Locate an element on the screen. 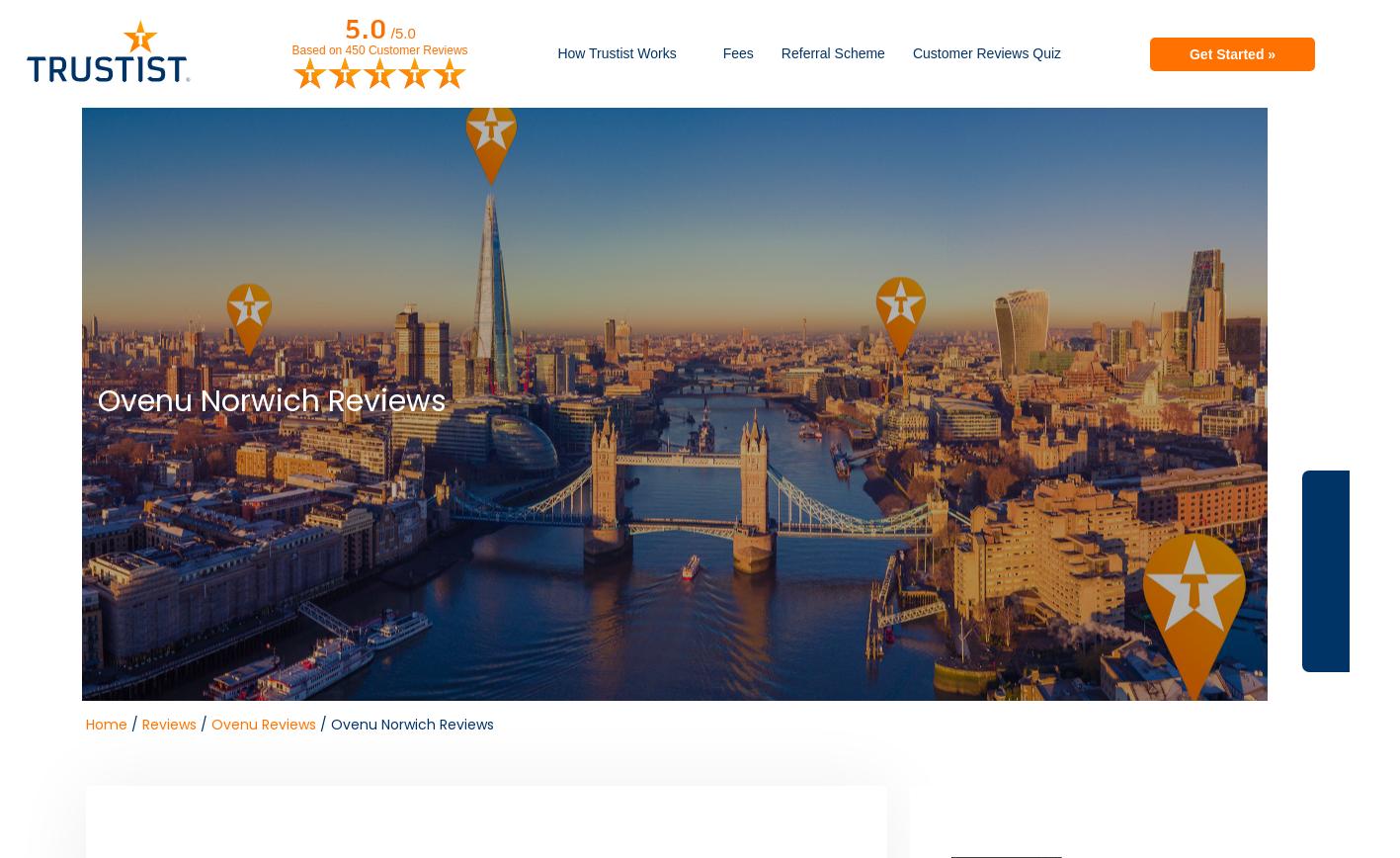 This screenshot has width=1400, height=858. 'Get Started »' is located at coordinates (1230, 52).